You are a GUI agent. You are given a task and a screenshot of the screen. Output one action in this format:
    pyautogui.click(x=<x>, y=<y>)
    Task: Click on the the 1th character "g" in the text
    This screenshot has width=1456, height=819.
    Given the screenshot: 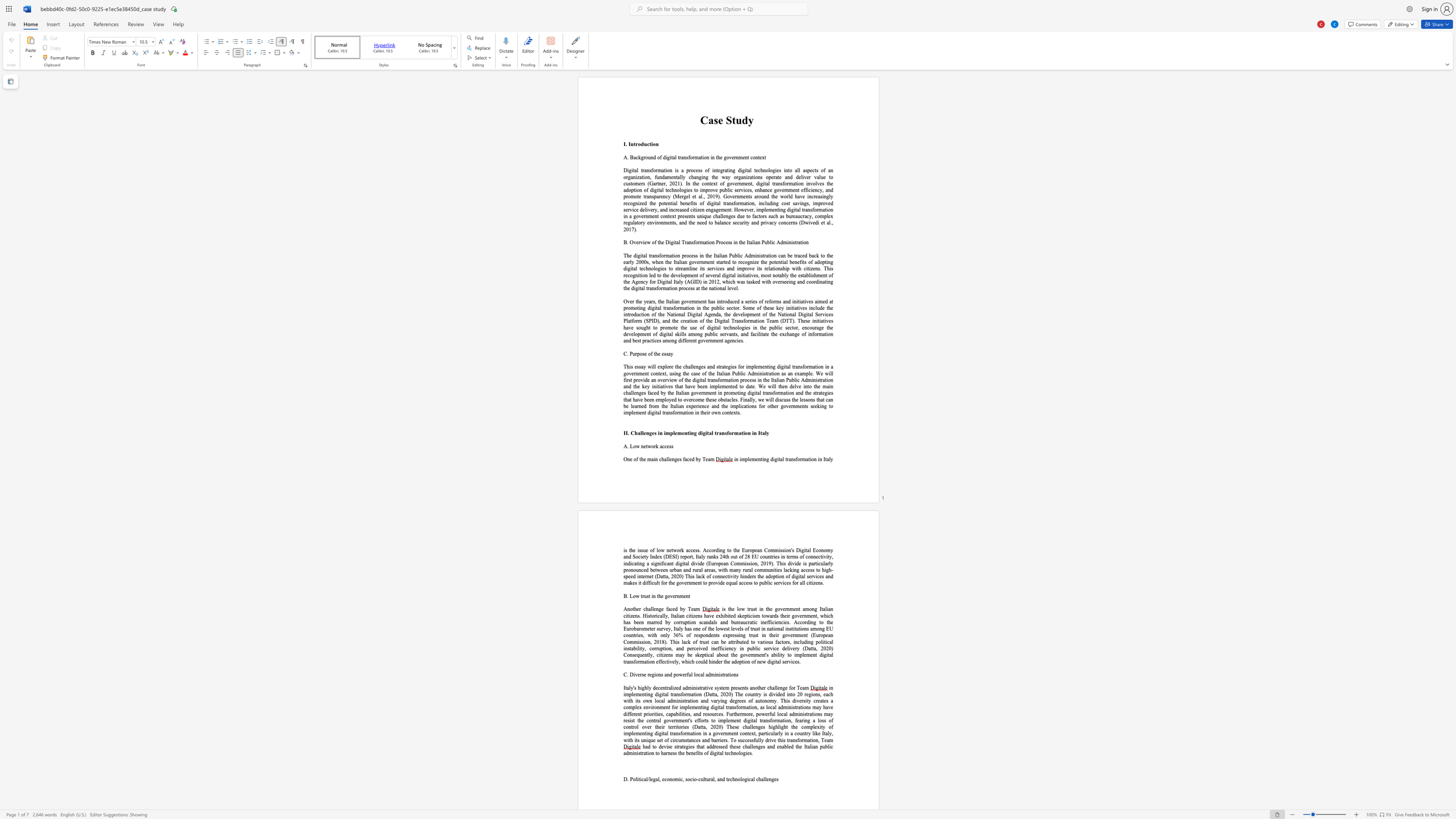 What is the action you would take?
    pyautogui.click(x=649, y=432)
    